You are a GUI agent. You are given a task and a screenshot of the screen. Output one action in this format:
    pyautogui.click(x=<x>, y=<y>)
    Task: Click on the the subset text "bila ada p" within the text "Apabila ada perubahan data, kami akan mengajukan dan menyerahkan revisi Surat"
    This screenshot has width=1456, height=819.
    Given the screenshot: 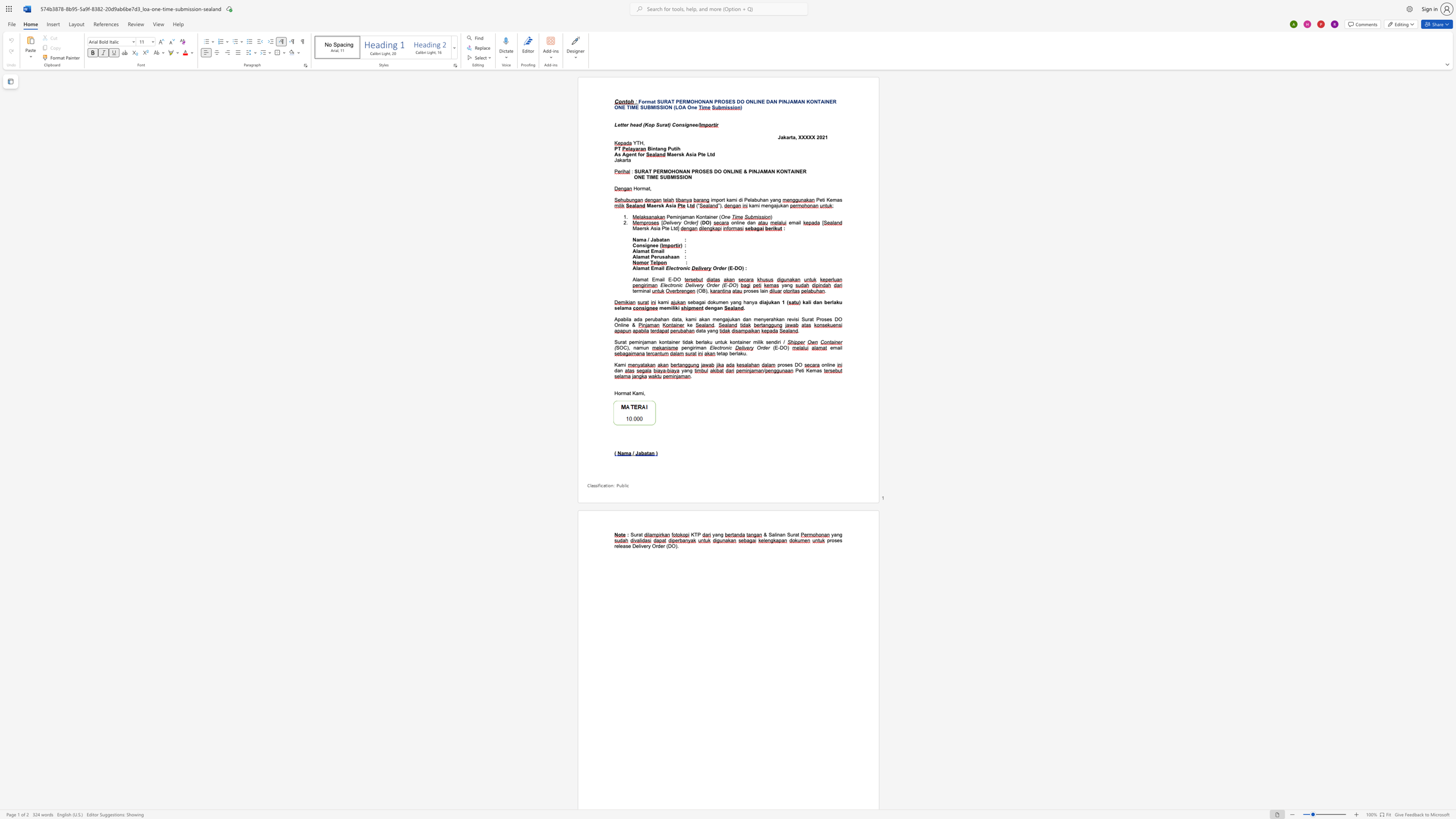 What is the action you would take?
    pyautogui.click(x=623, y=319)
    